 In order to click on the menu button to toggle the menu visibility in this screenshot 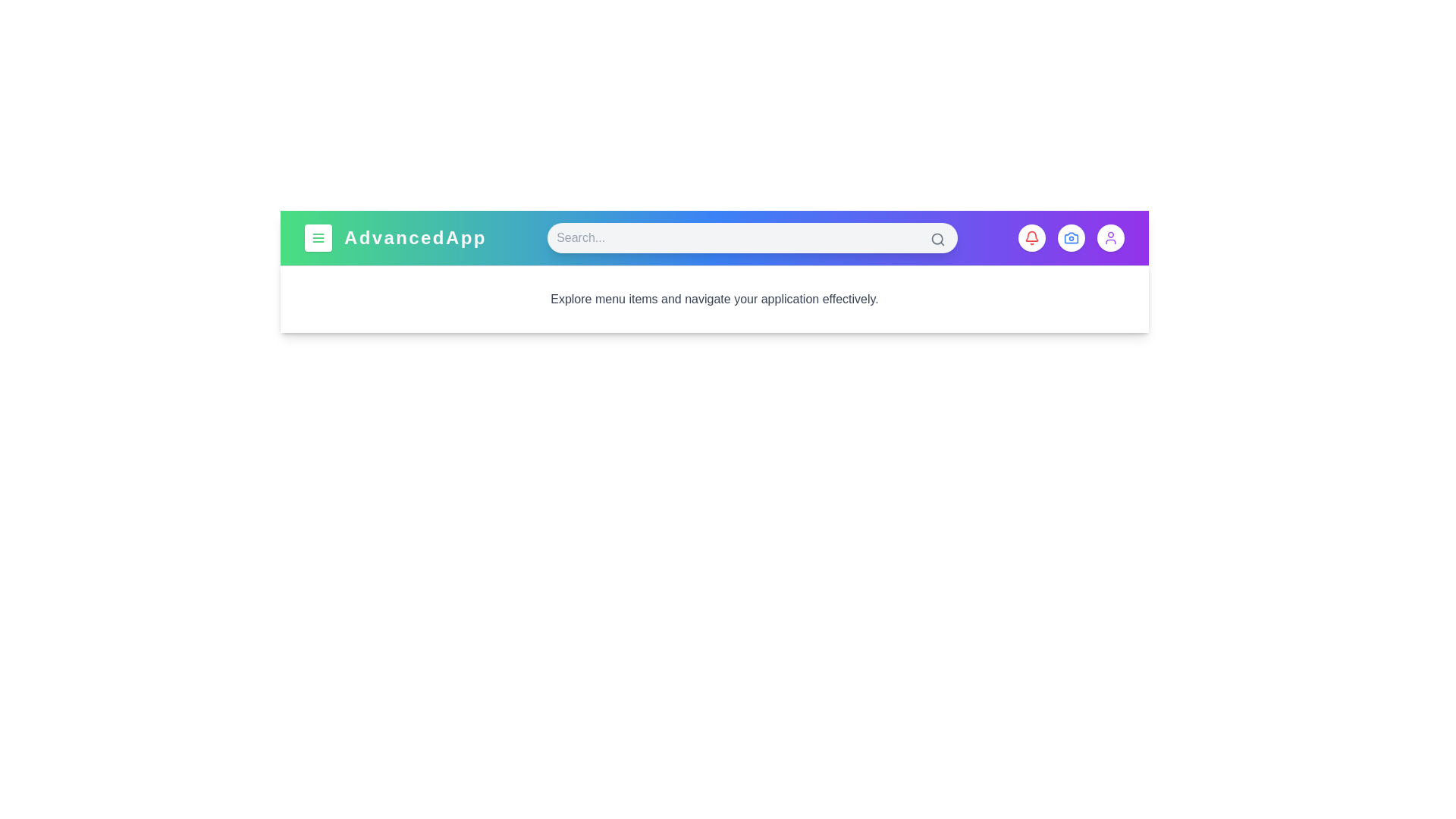, I will do `click(318, 237)`.